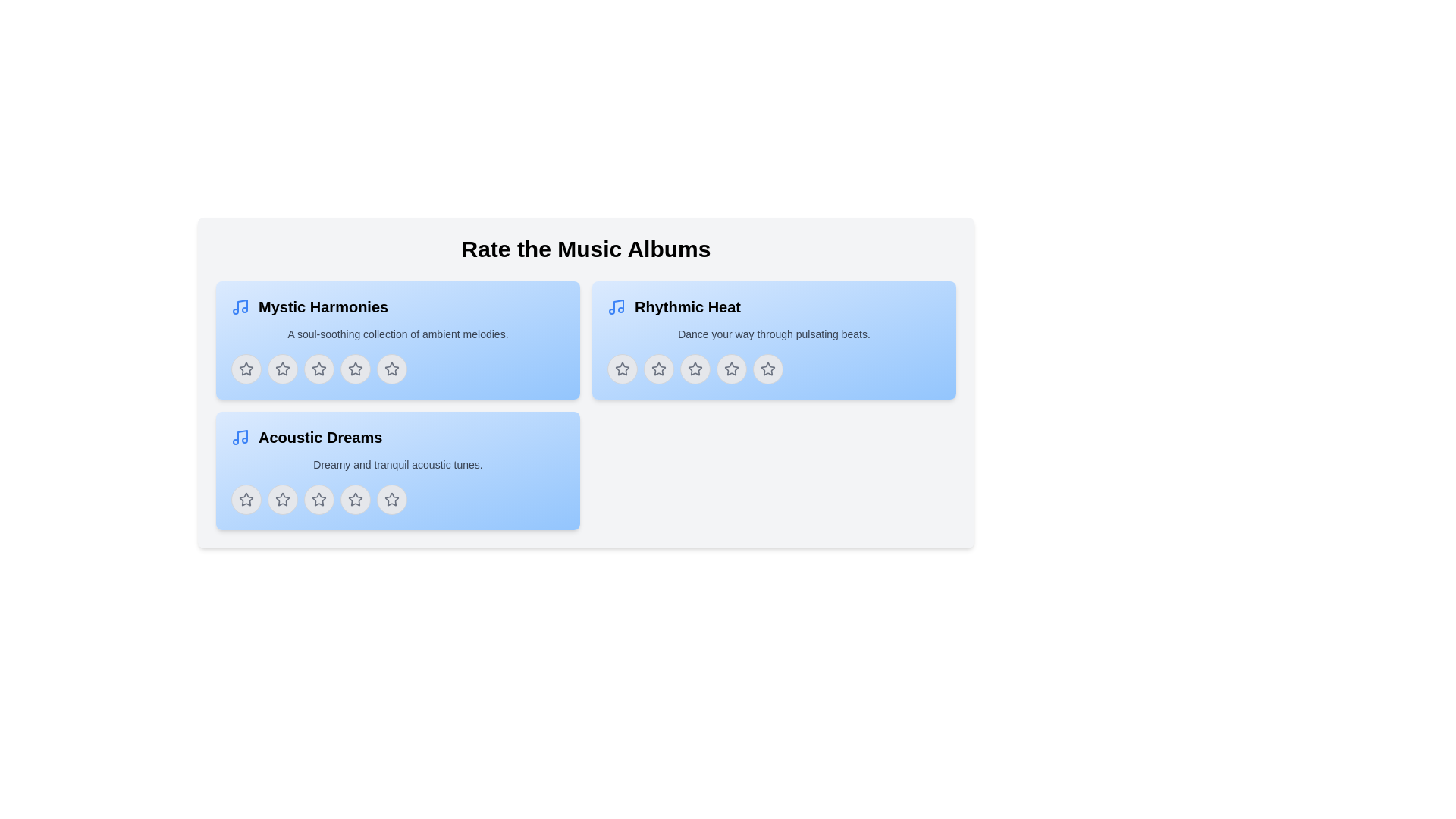 This screenshot has width=1456, height=819. Describe the element at coordinates (767, 369) in the screenshot. I see `the fifth rating star for the 'Rhythmic Heat' music album` at that location.